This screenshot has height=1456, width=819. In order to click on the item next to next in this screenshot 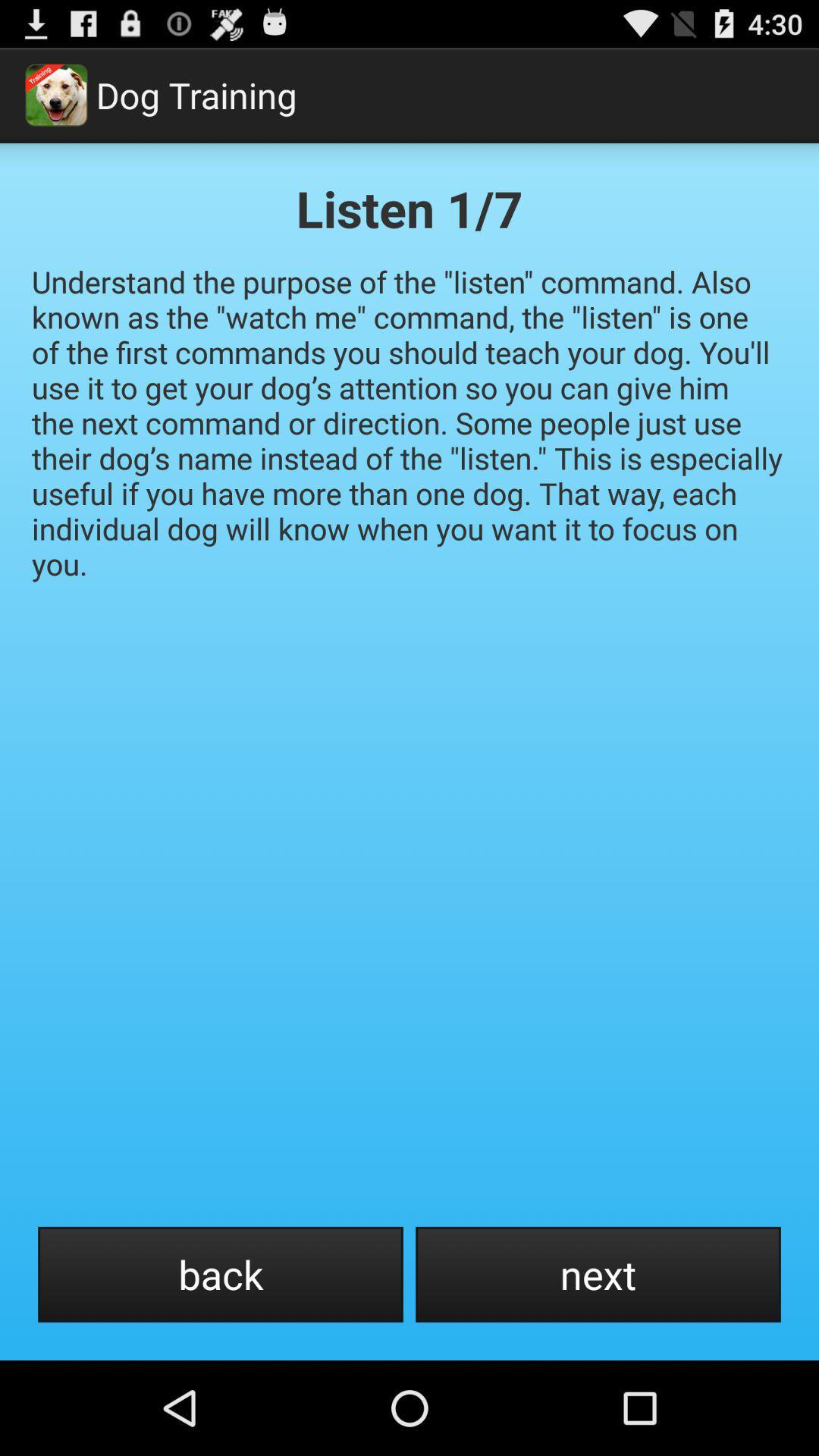, I will do `click(220, 1274)`.